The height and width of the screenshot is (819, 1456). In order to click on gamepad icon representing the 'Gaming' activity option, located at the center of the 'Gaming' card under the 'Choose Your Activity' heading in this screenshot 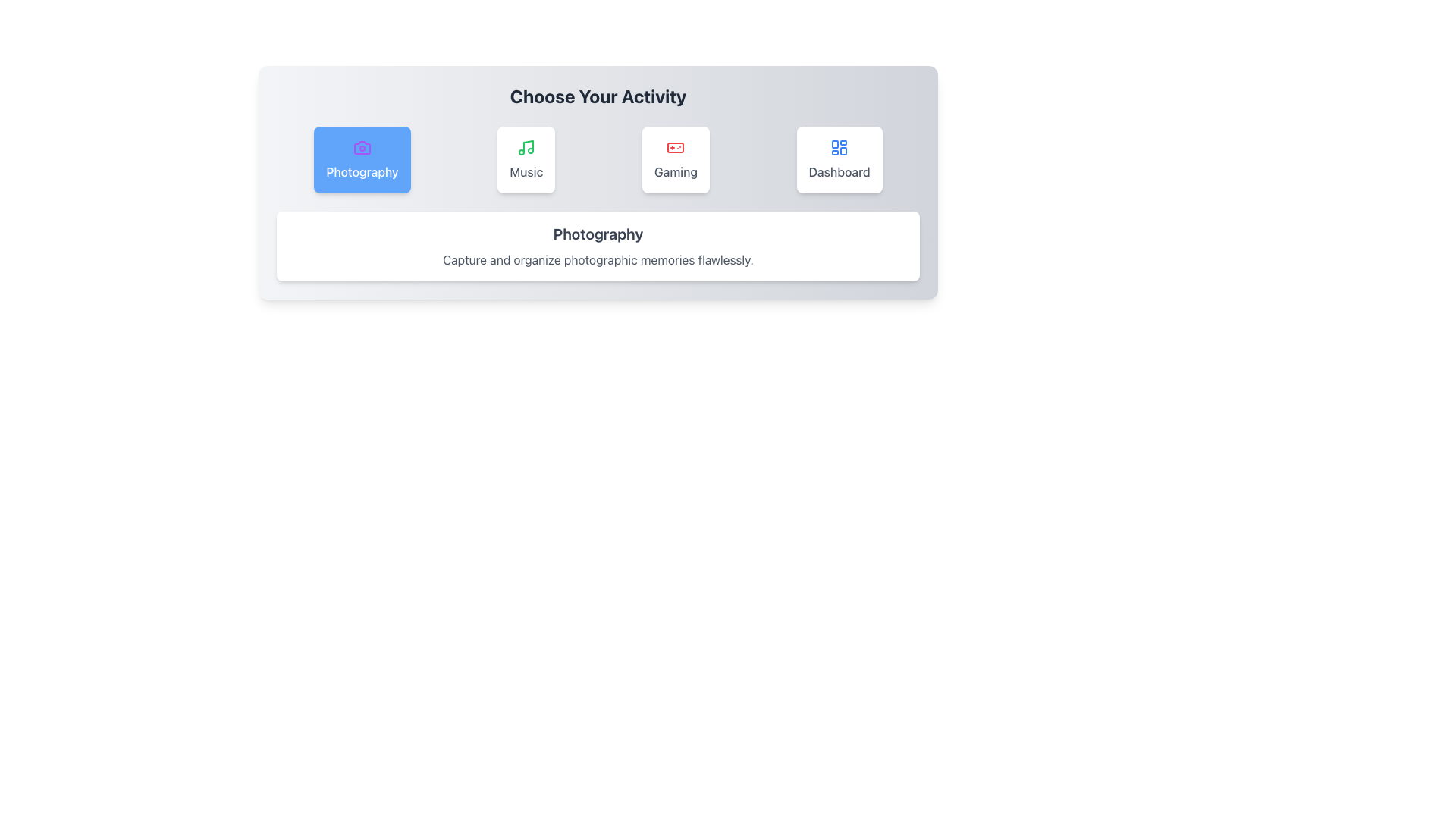, I will do `click(675, 148)`.